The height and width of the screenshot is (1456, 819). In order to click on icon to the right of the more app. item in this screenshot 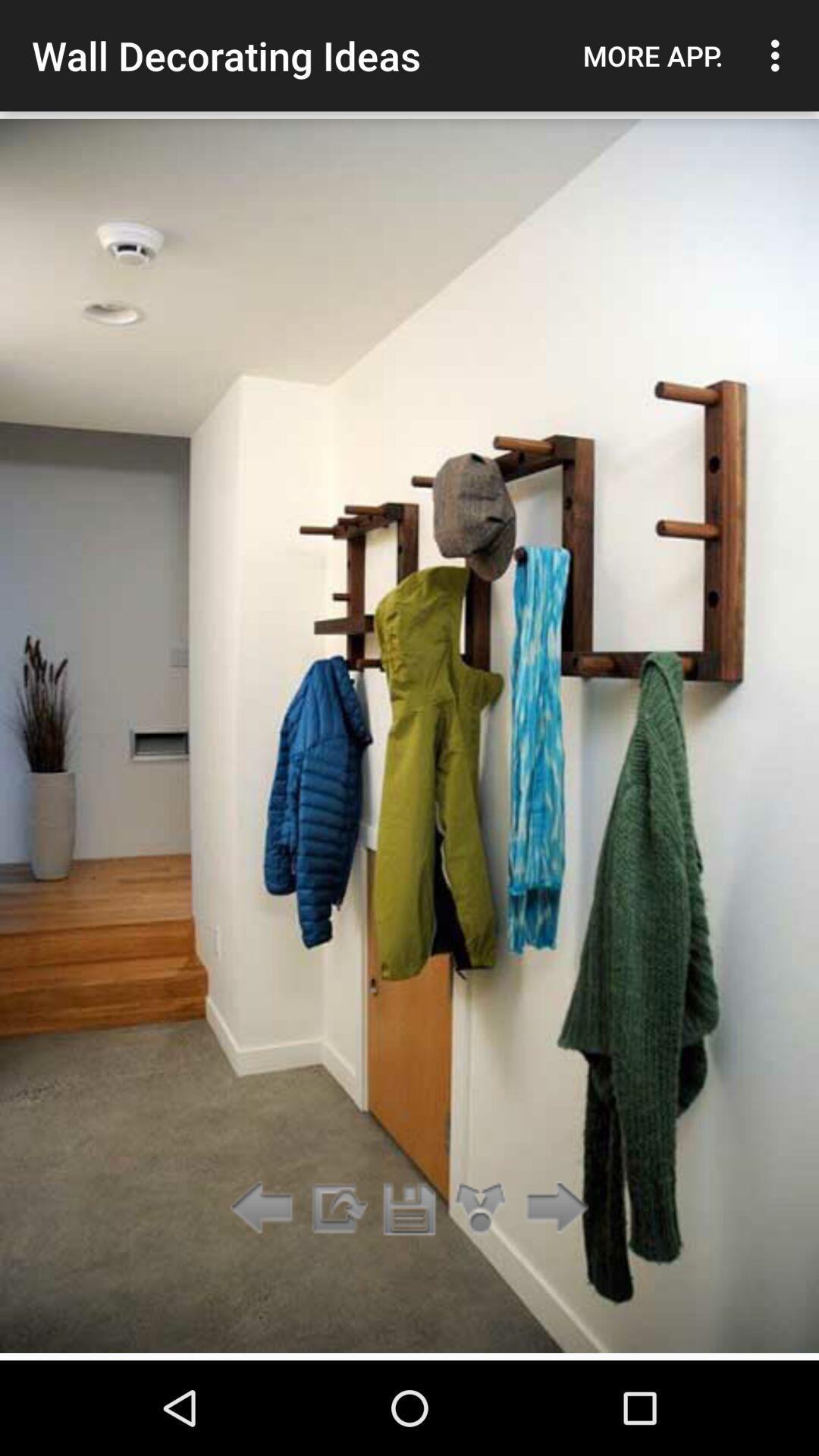, I will do `click(779, 55)`.